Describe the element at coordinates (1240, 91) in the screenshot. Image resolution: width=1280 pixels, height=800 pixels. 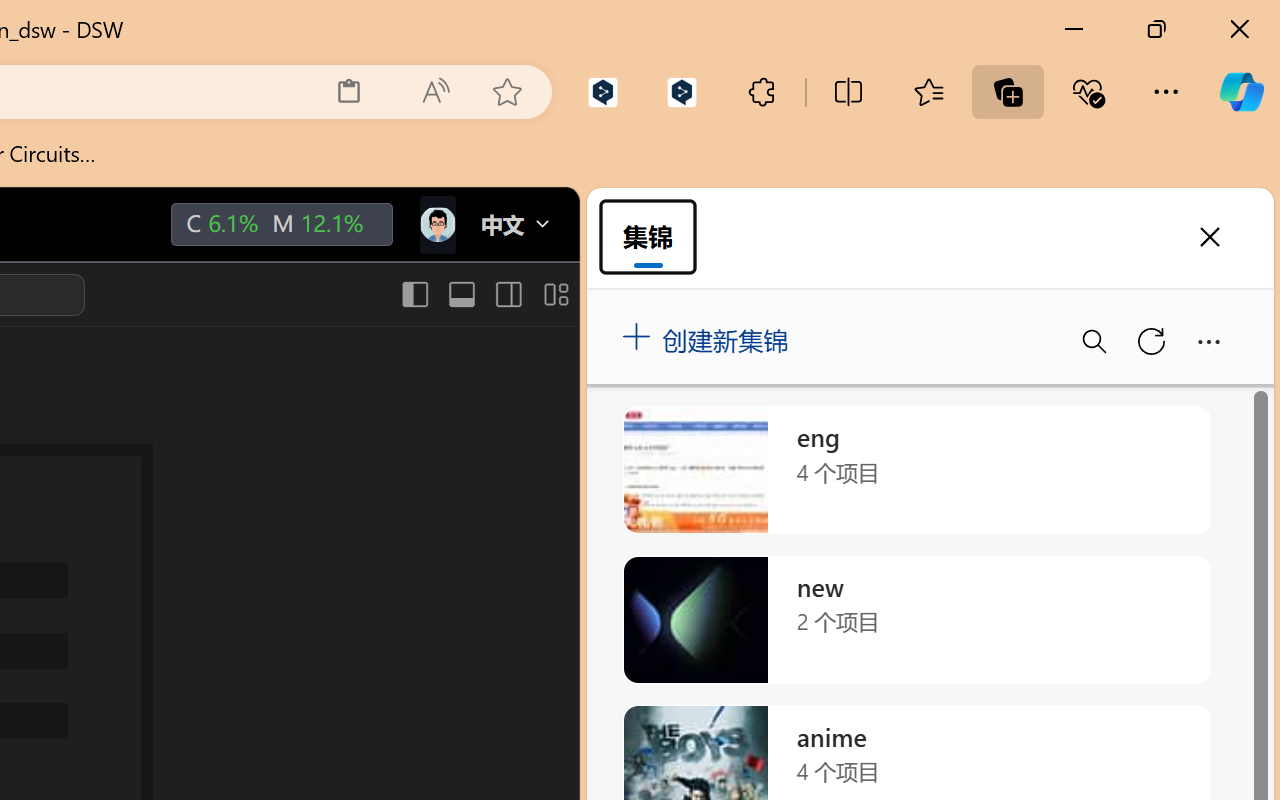
I see `'Copilot (Ctrl+Shift+.)'` at that location.